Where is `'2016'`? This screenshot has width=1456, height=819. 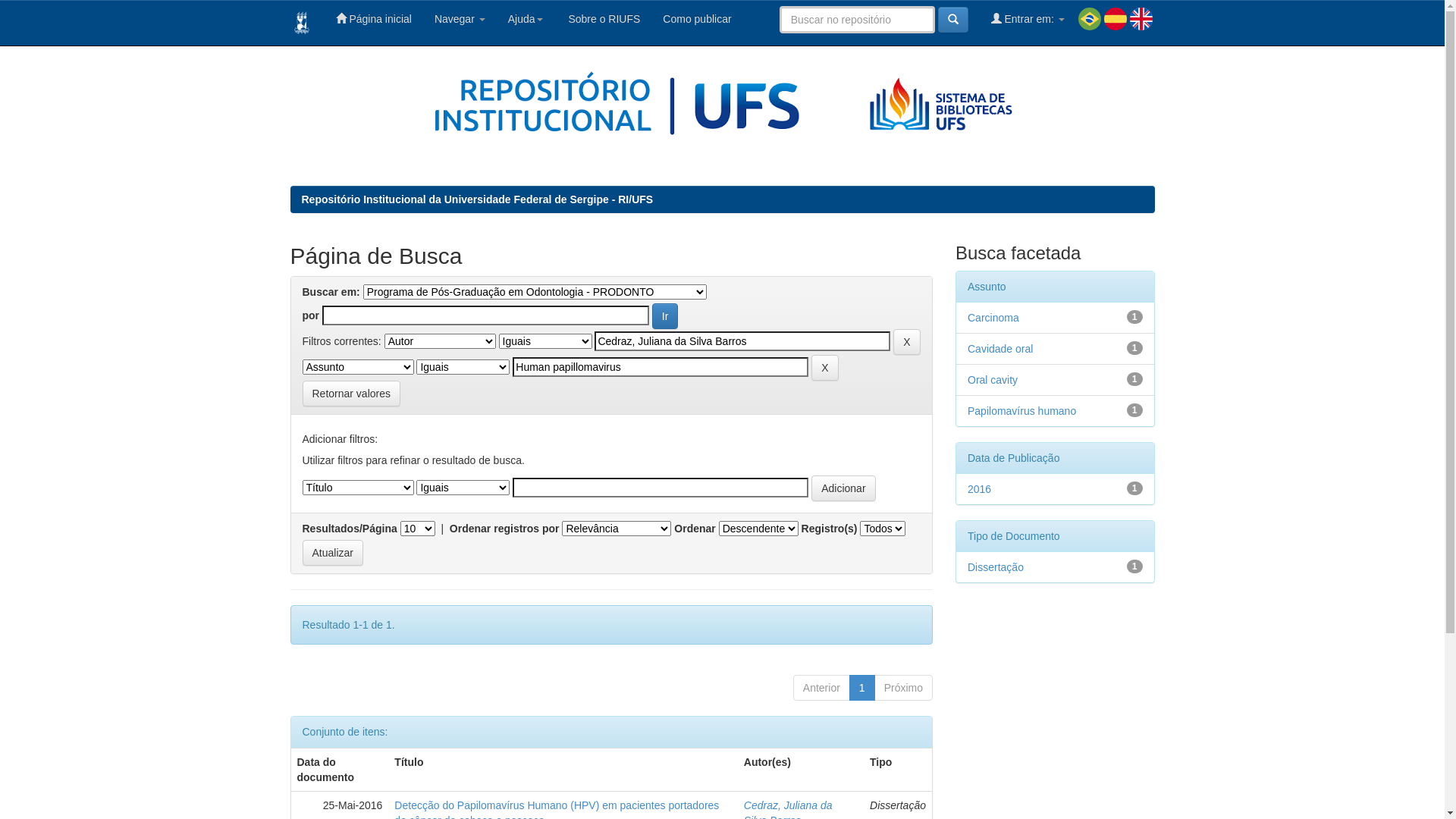
'2016' is located at coordinates (979, 488).